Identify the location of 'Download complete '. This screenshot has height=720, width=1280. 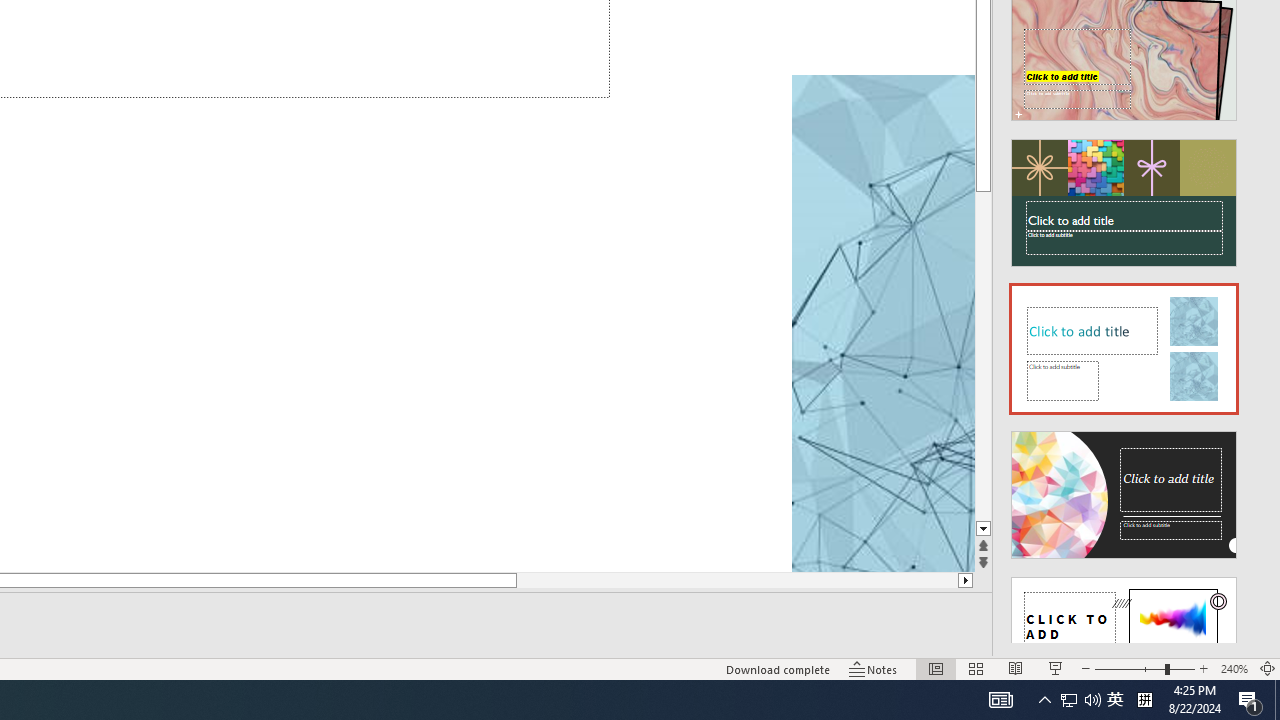
(777, 669).